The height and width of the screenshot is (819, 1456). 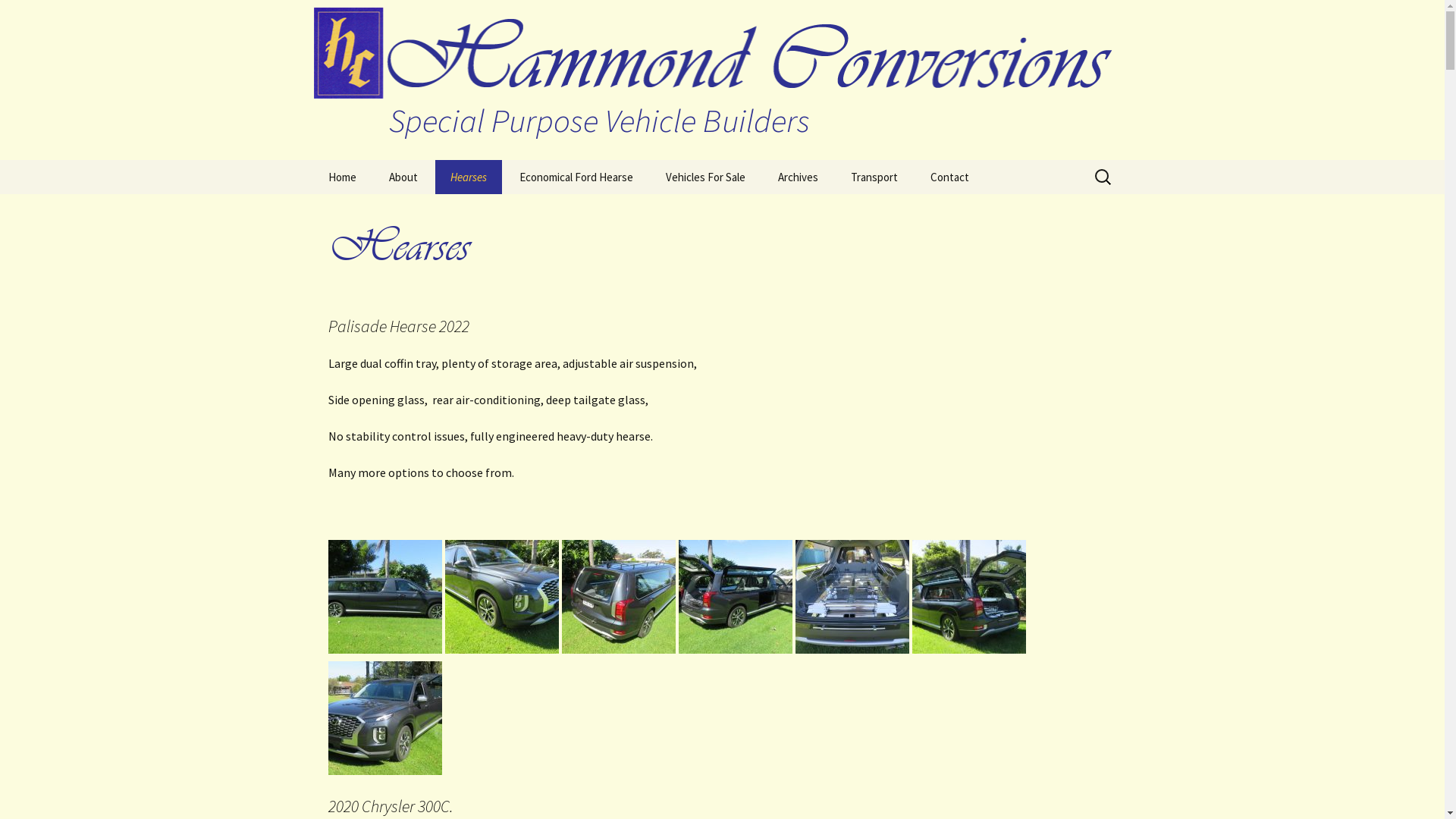 I want to click on 'Economical Ford Hearse', so click(x=574, y=176).